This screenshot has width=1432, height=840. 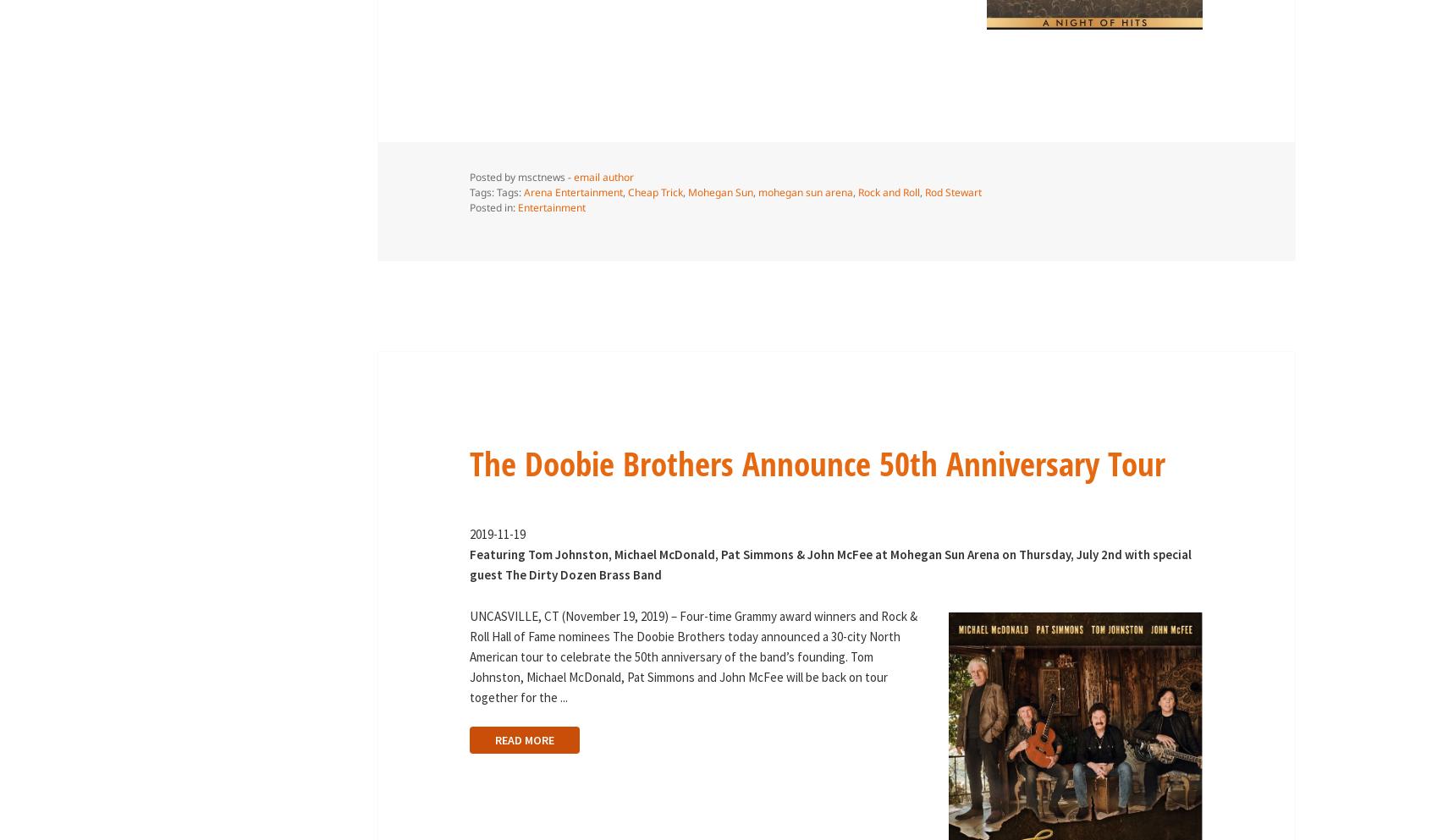 What do you see at coordinates (952, 191) in the screenshot?
I see `'Rod Stewart'` at bounding box center [952, 191].